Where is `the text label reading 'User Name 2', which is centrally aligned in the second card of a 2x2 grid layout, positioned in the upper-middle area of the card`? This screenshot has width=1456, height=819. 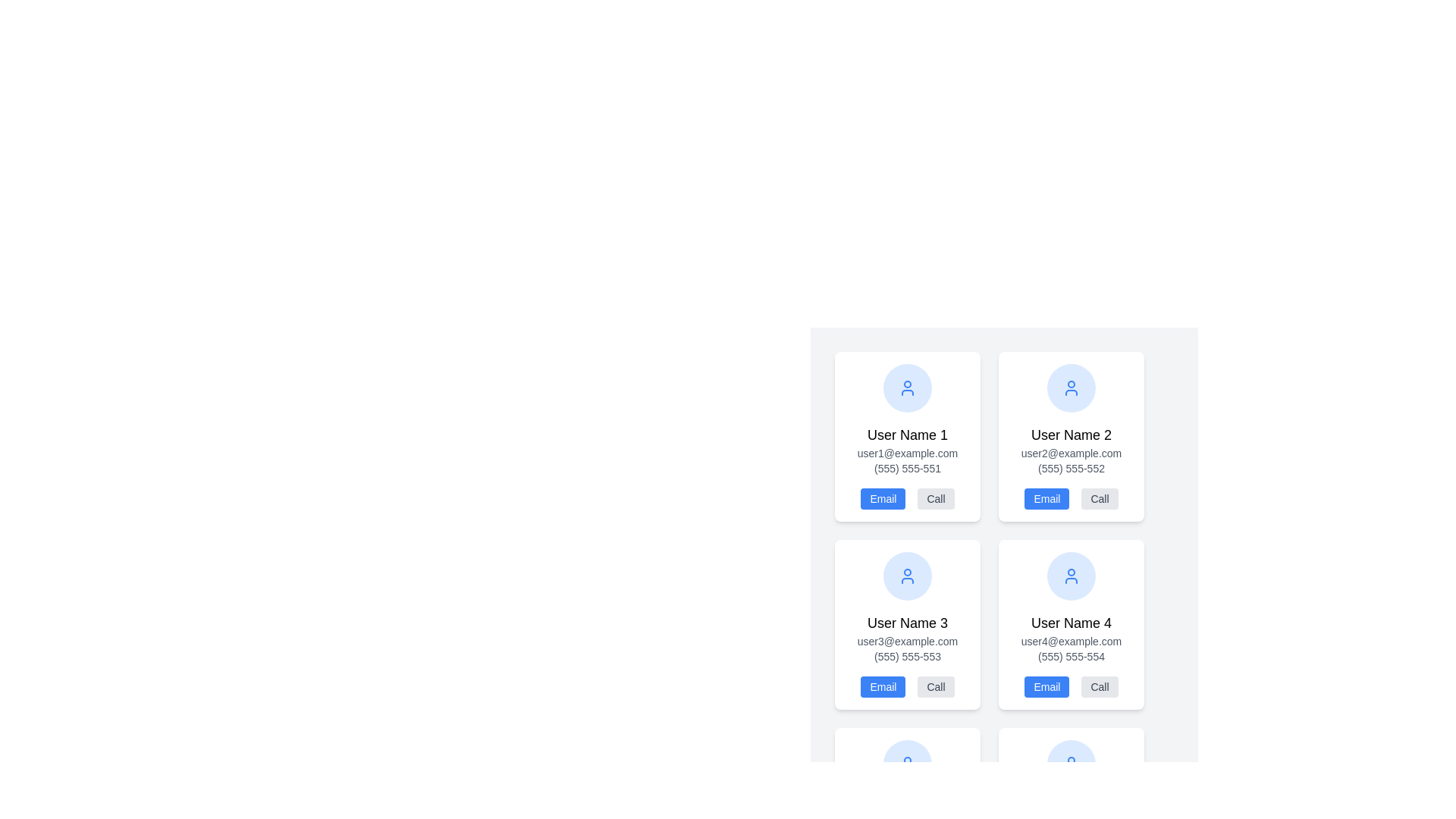 the text label reading 'User Name 2', which is centrally aligned in the second card of a 2x2 grid layout, positioned in the upper-middle area of the card is located at coordinates (1070, 435).